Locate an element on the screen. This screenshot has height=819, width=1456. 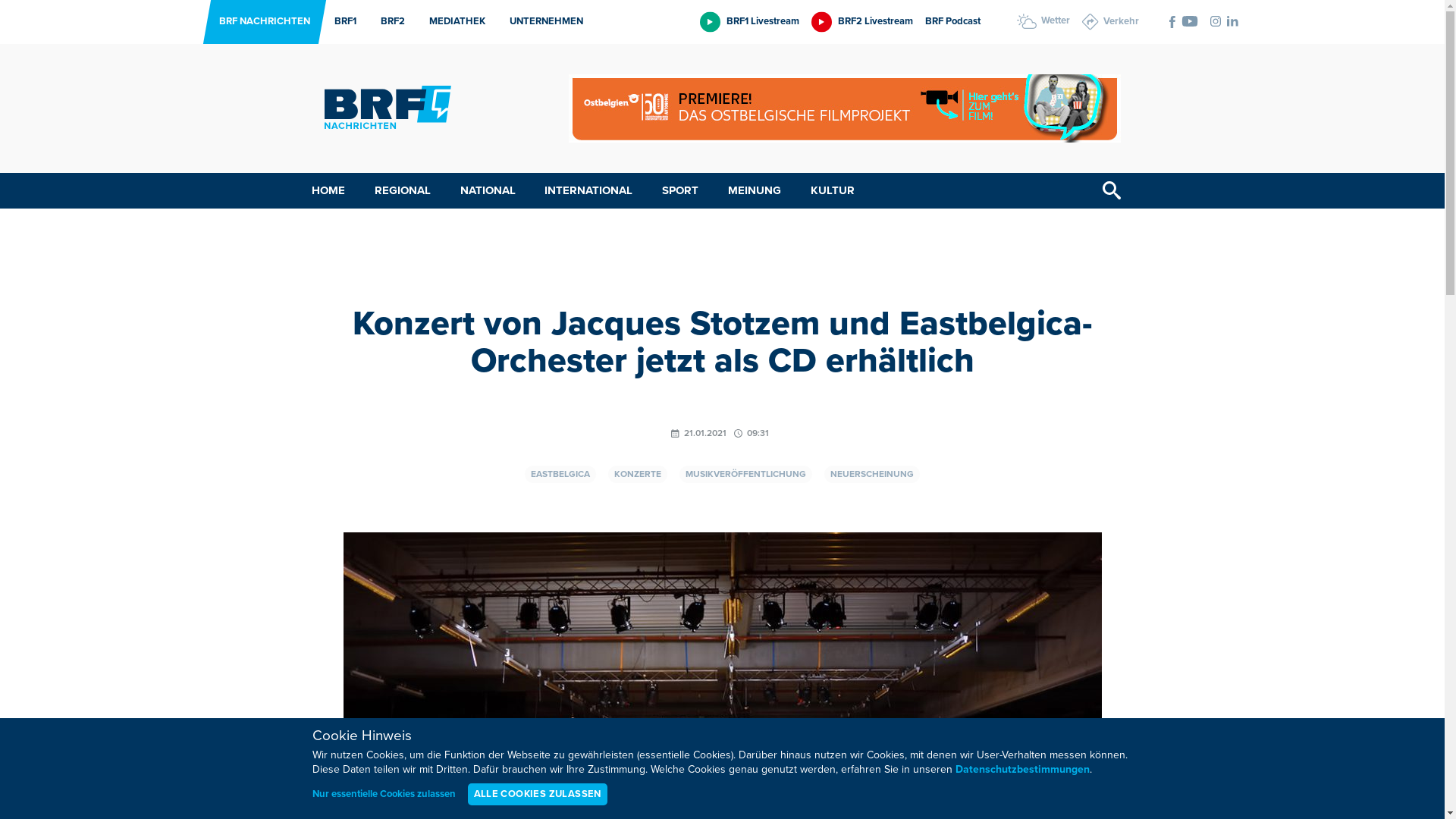
'KONZERTE' is located at coordinates (637, 473).